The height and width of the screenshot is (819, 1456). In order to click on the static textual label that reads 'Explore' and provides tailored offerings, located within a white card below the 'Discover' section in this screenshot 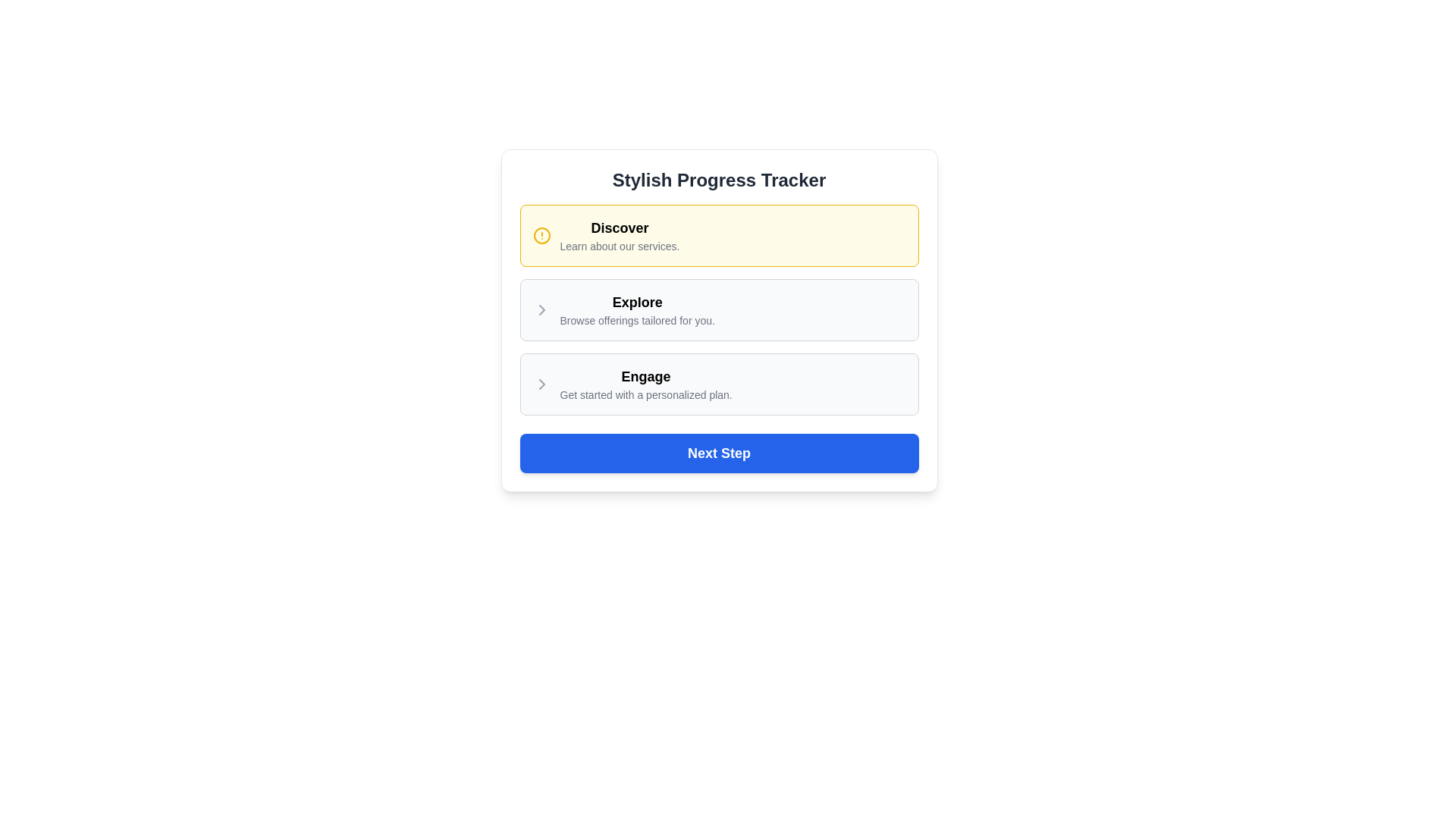, I will do `click(637, 309)`.